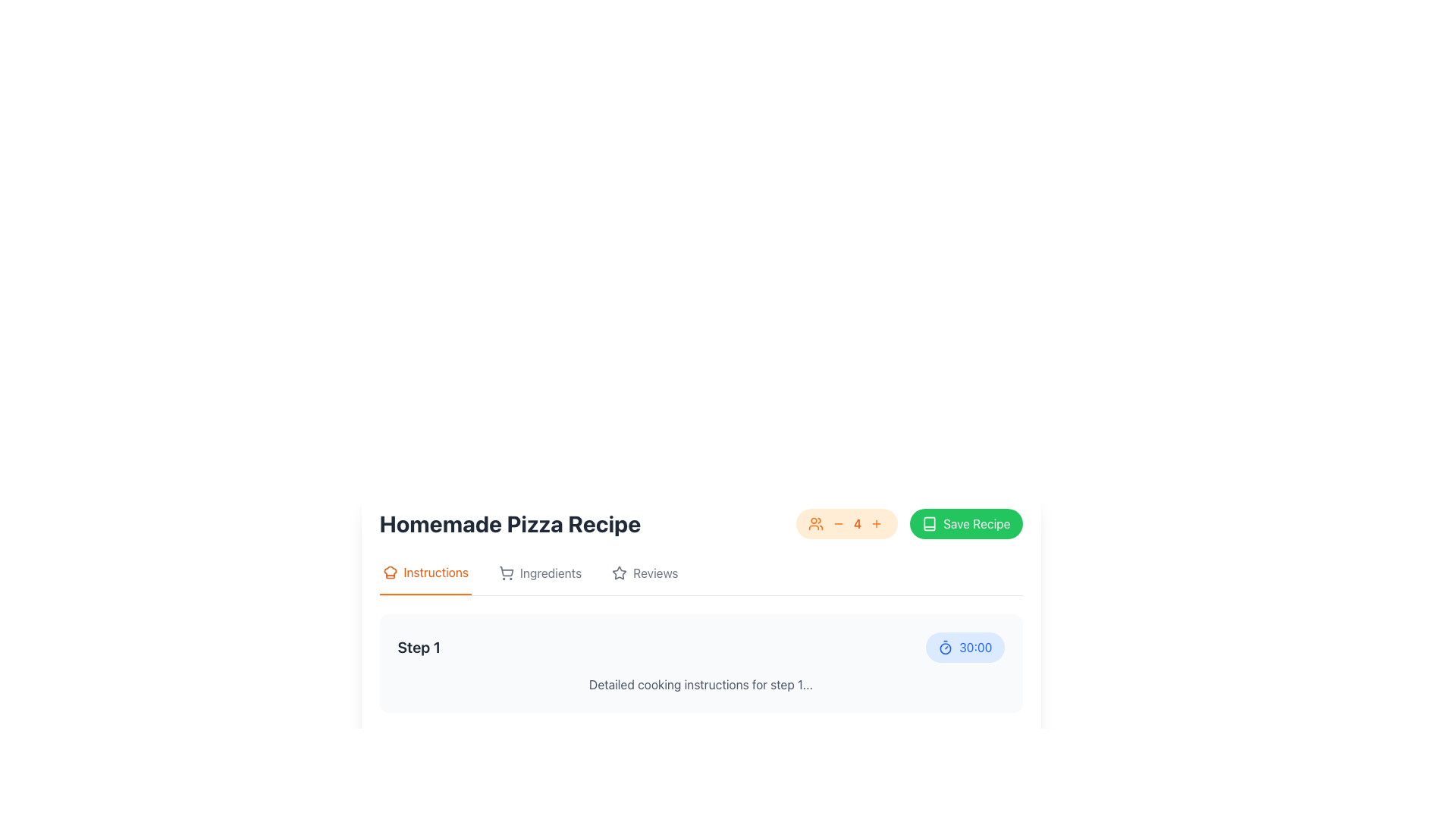 The width and height of the screenshot is (1456, 819). Describe the element at coordinates (540, 579) in the screenshot. I see `the 'Ingredients' menu item, which is a clickable navigation entry with a shopping cart icon, to change its appearance` at that location.